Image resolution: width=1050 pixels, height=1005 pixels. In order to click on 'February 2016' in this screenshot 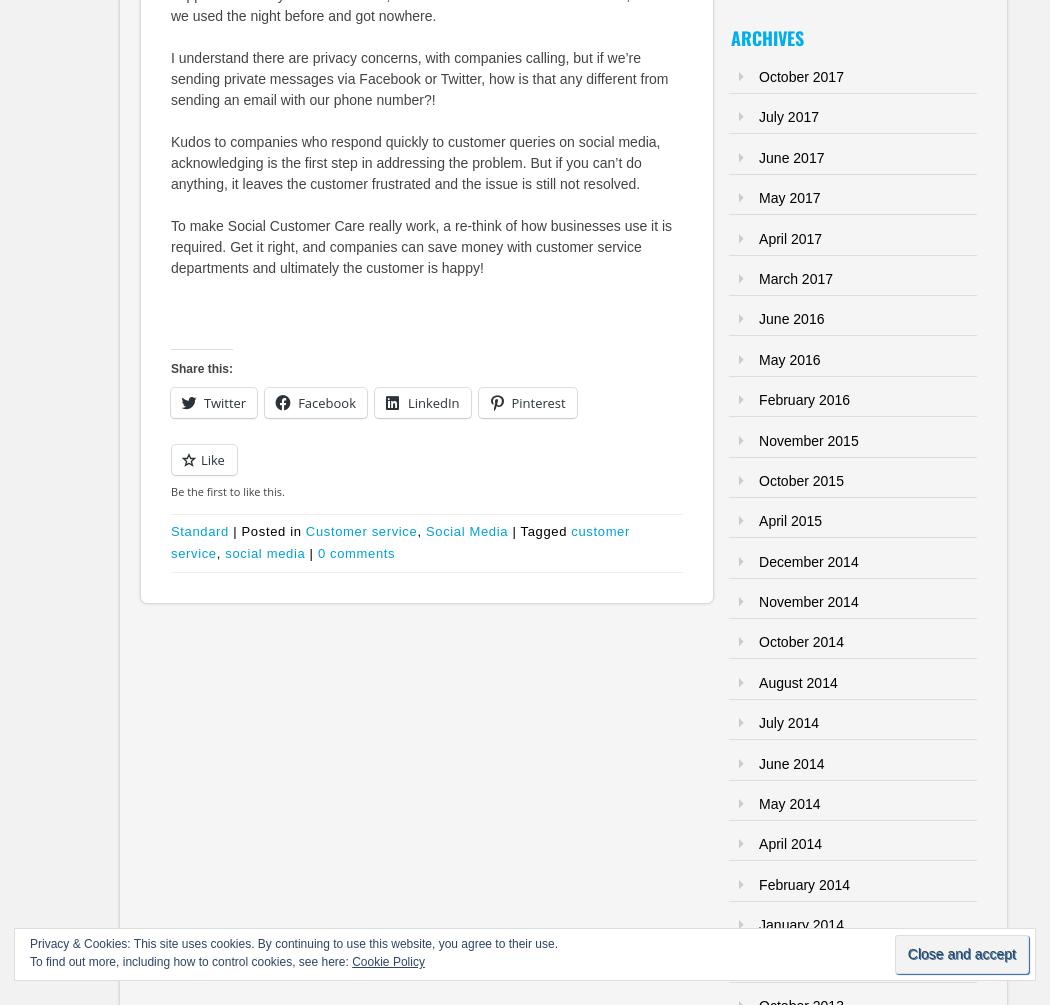, I will do `click(803, 399)`.